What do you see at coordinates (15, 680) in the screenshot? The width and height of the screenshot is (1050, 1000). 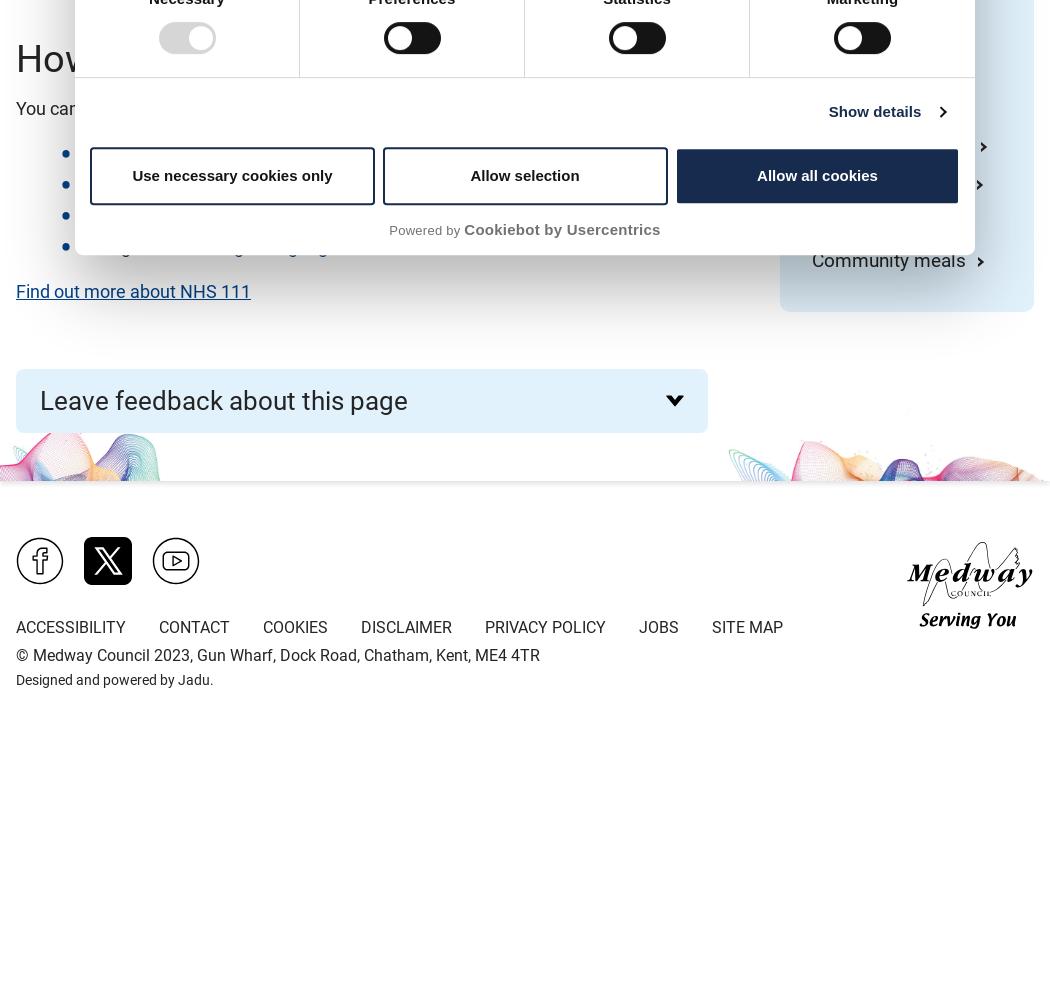 I see `'Designed and powered by'` at bounding box center [15, 680].